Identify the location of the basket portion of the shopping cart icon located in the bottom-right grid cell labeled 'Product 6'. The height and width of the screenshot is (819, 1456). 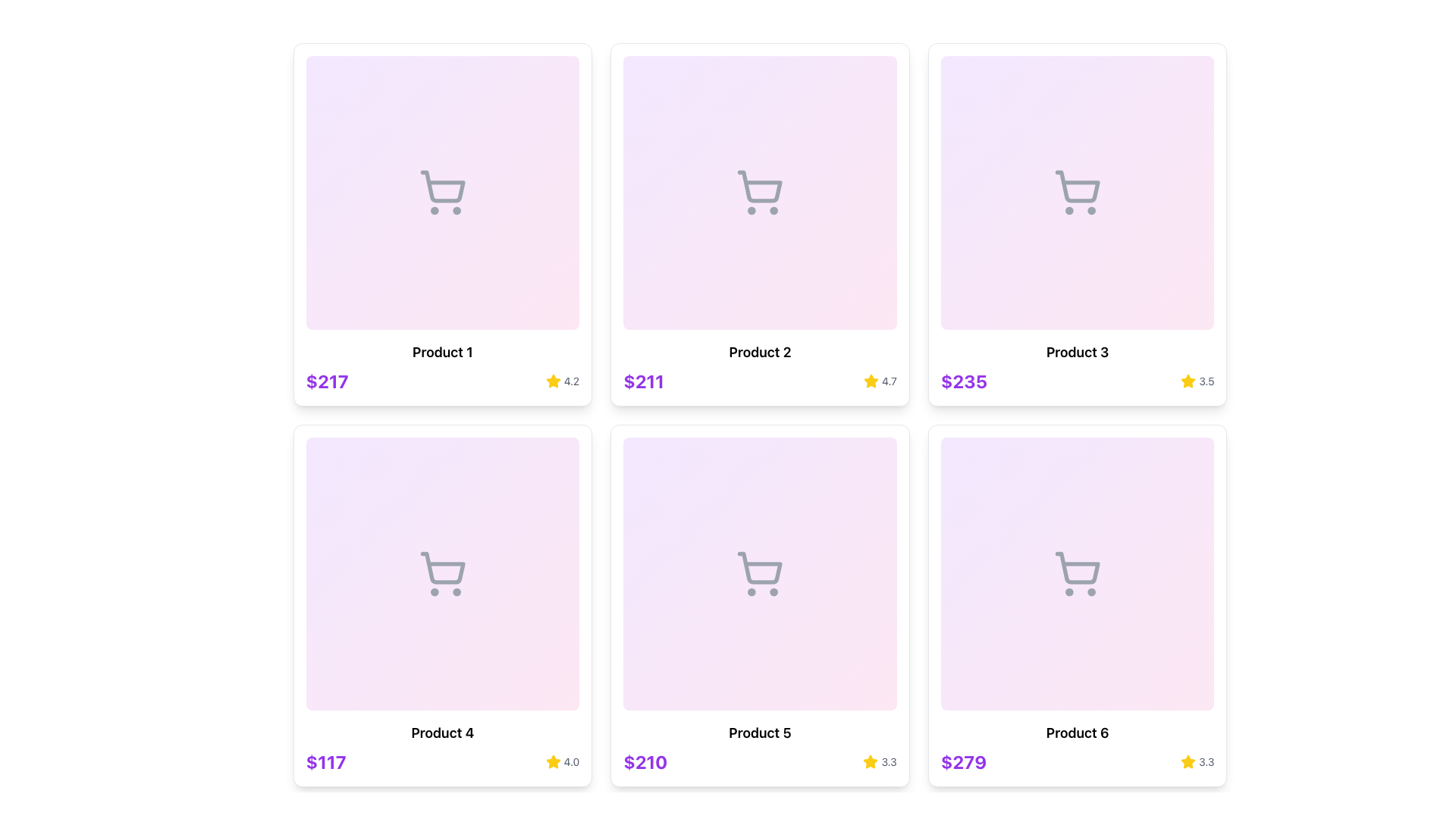
(1077, 568).